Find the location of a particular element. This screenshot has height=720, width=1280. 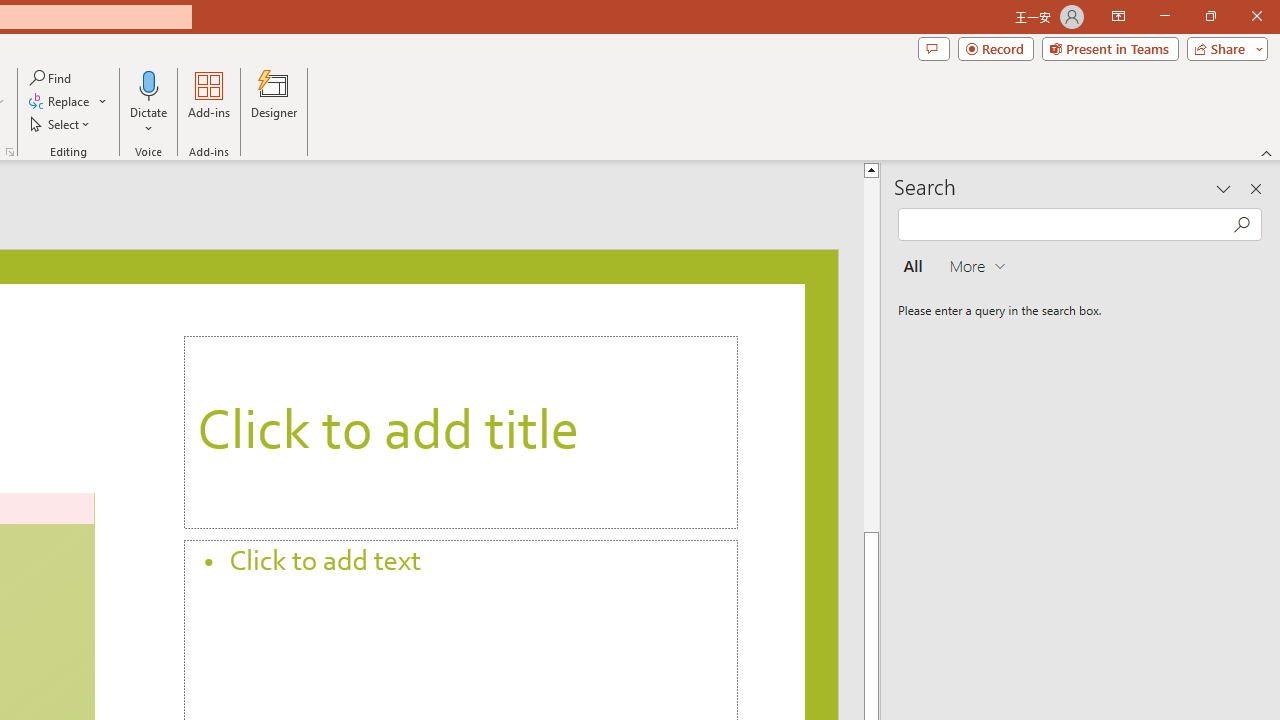

'Format Object...' is located at coordinates (10, 150).